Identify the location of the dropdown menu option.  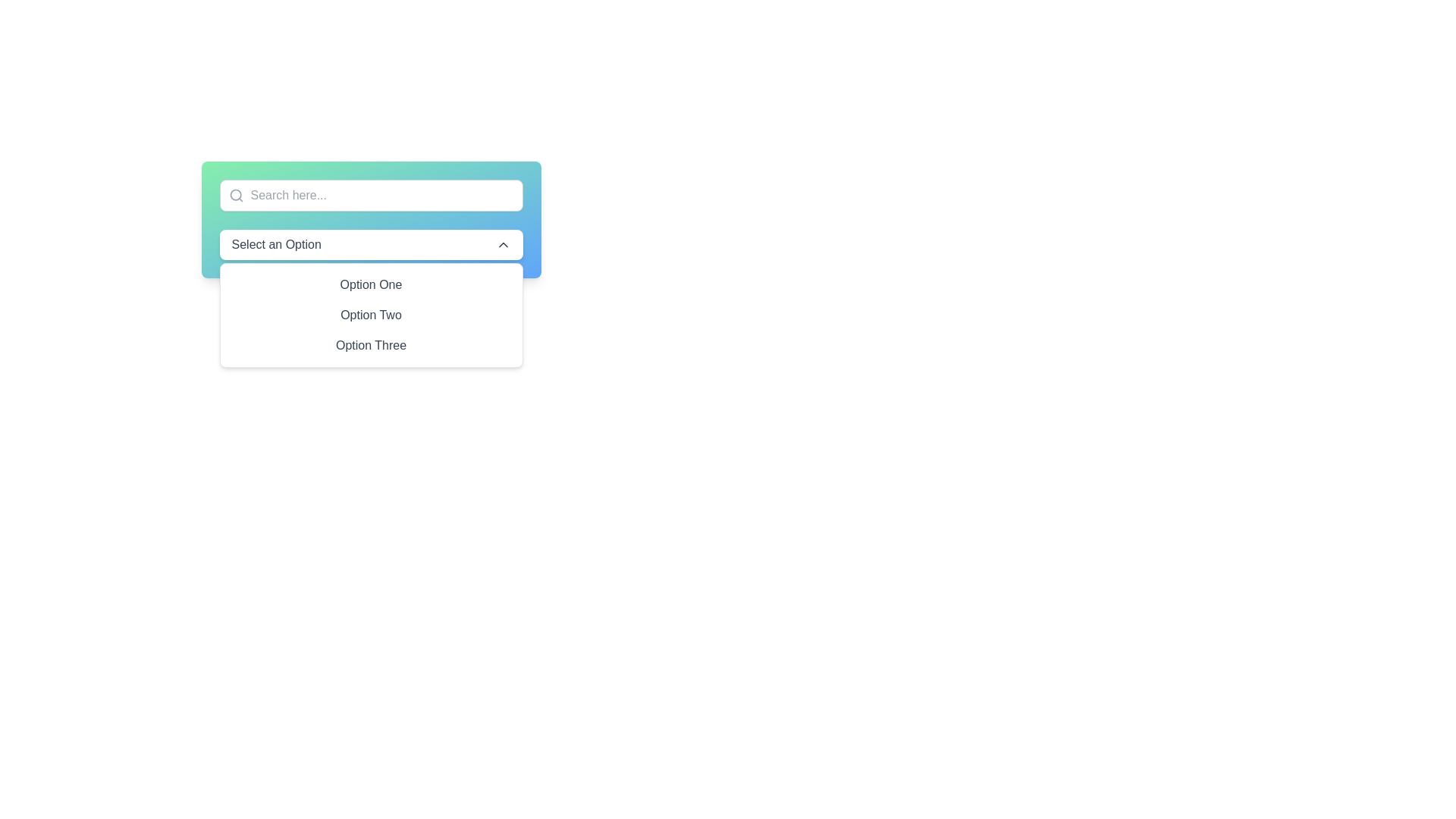
(371, 315).